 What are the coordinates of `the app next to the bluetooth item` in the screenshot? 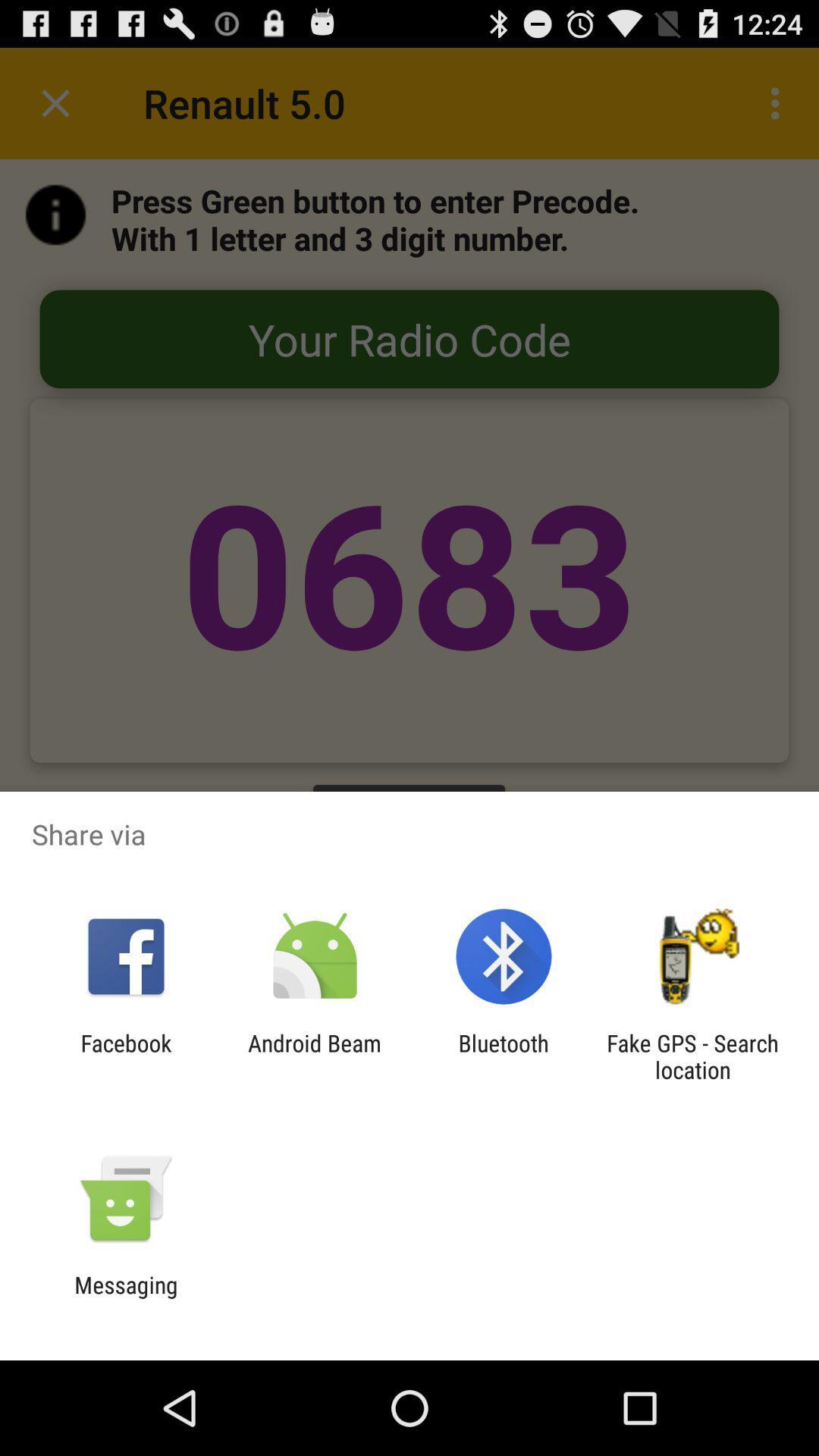 It's located at (314, 1056).